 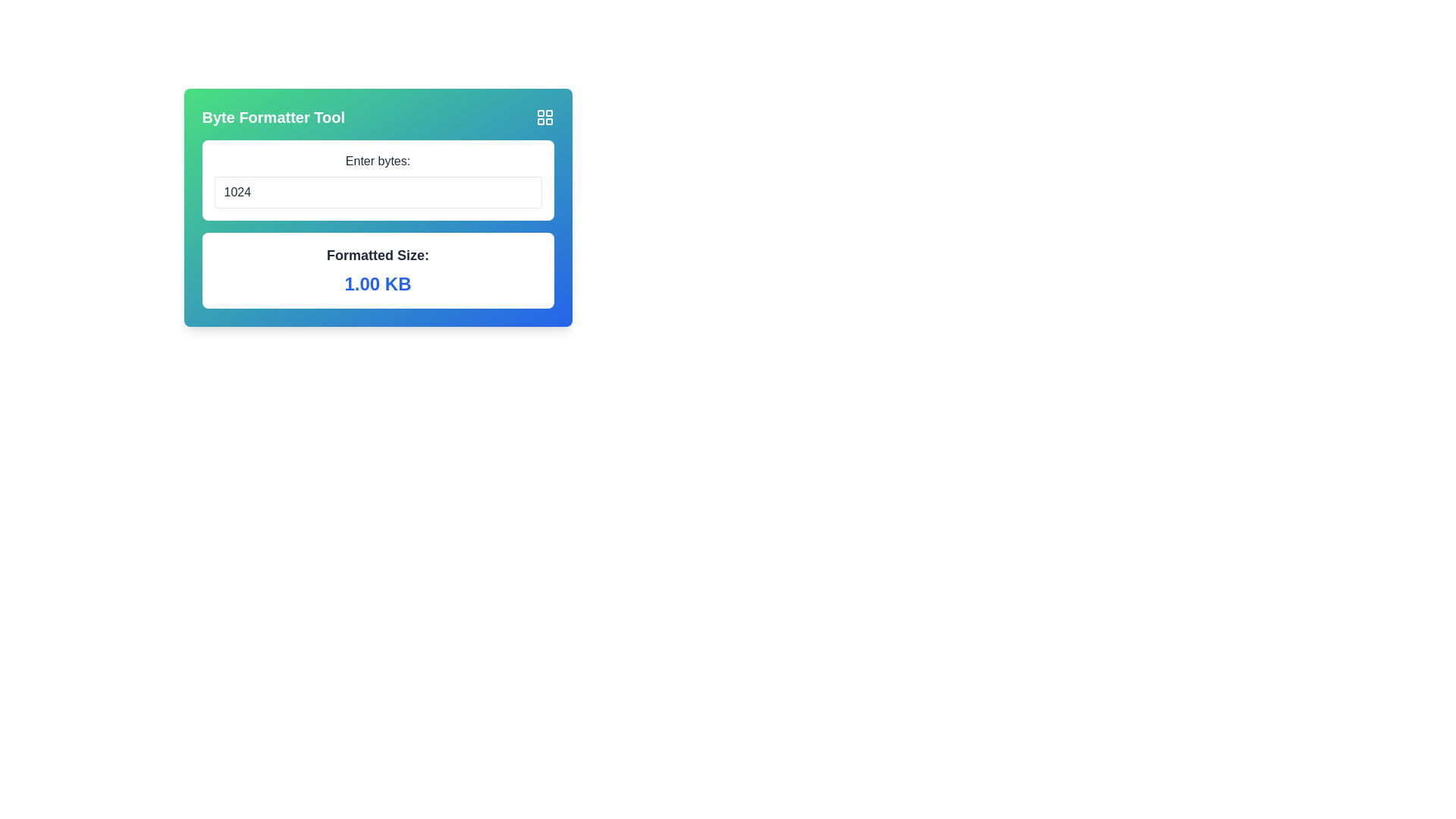 What do you see at coordinates (544, 116) in the screenshot?
I see `the layout or grid configuration icon located at the top-right corner of the 'Byte Formatter Tool' interface` at bounding box center [544, 116].